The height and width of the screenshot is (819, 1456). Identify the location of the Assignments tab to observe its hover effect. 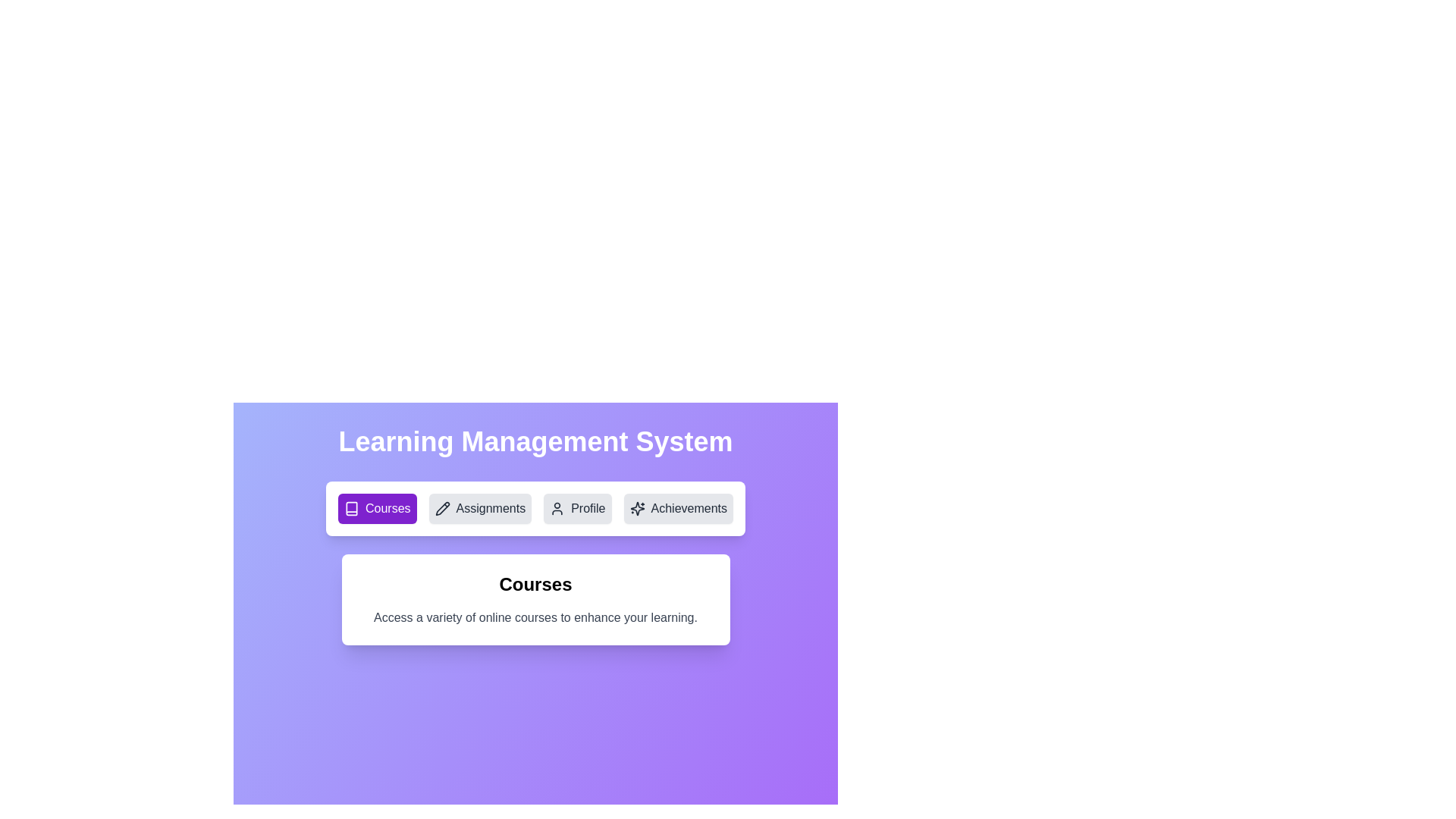
(479, 509).